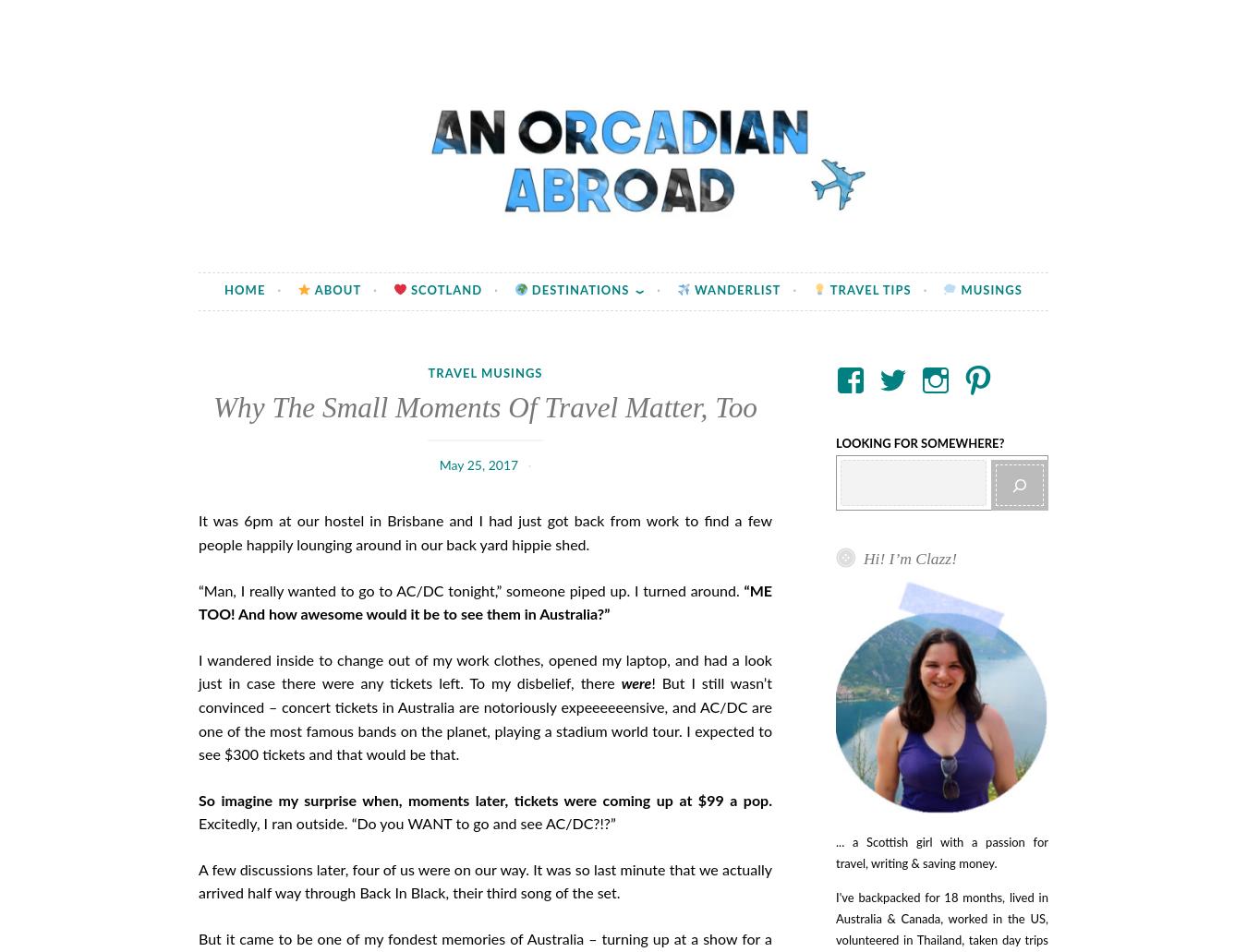 The width and height of the screenshot is (1247, 952). Describe the element at coordinates (484, 800) in the screenshot. I see `'So imagine my surprise when, moments later, tickets were coming up at $99 a pop.'` at that location.